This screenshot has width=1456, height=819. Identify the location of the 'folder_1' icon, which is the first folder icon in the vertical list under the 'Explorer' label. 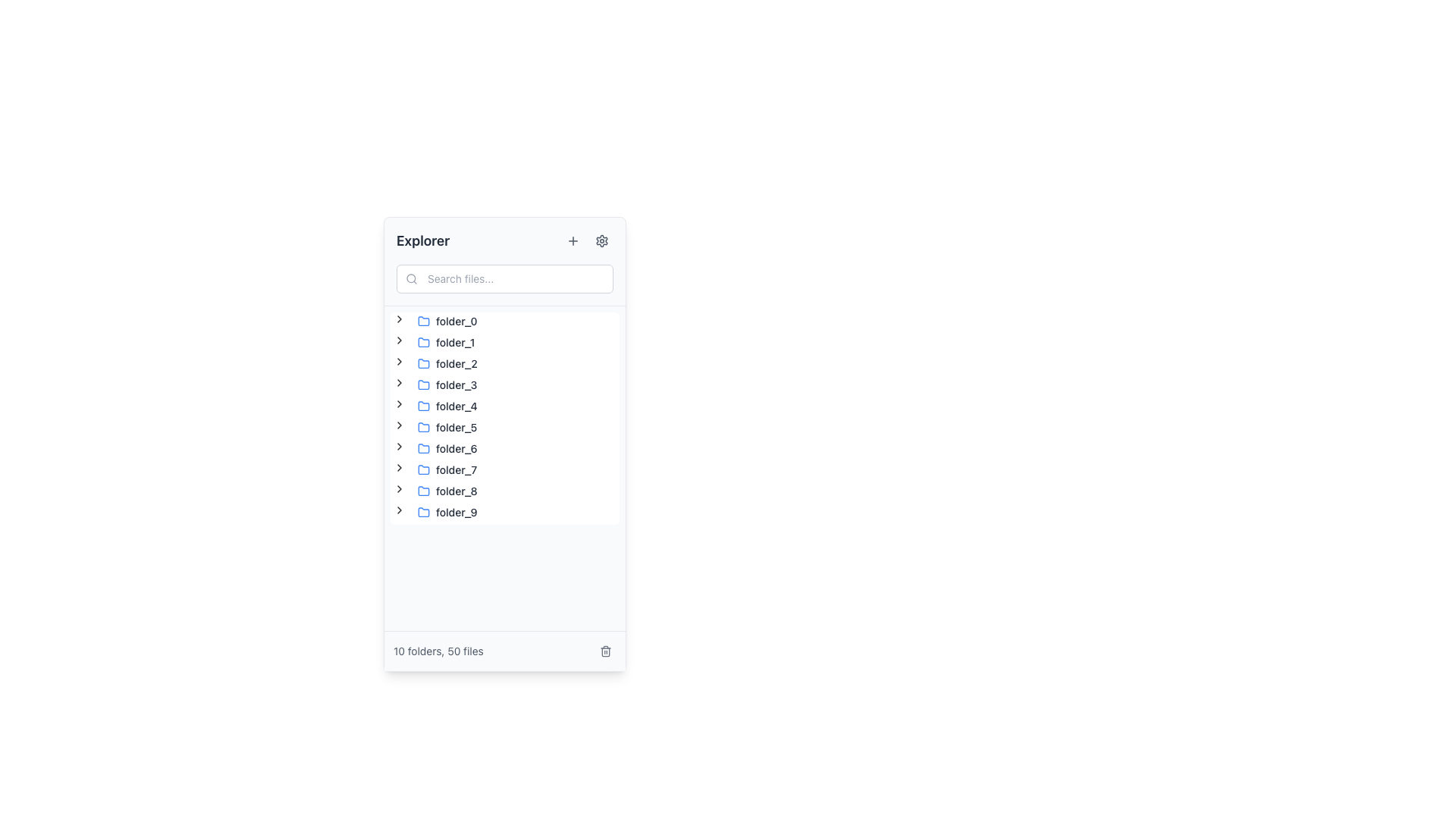
(423, 342).